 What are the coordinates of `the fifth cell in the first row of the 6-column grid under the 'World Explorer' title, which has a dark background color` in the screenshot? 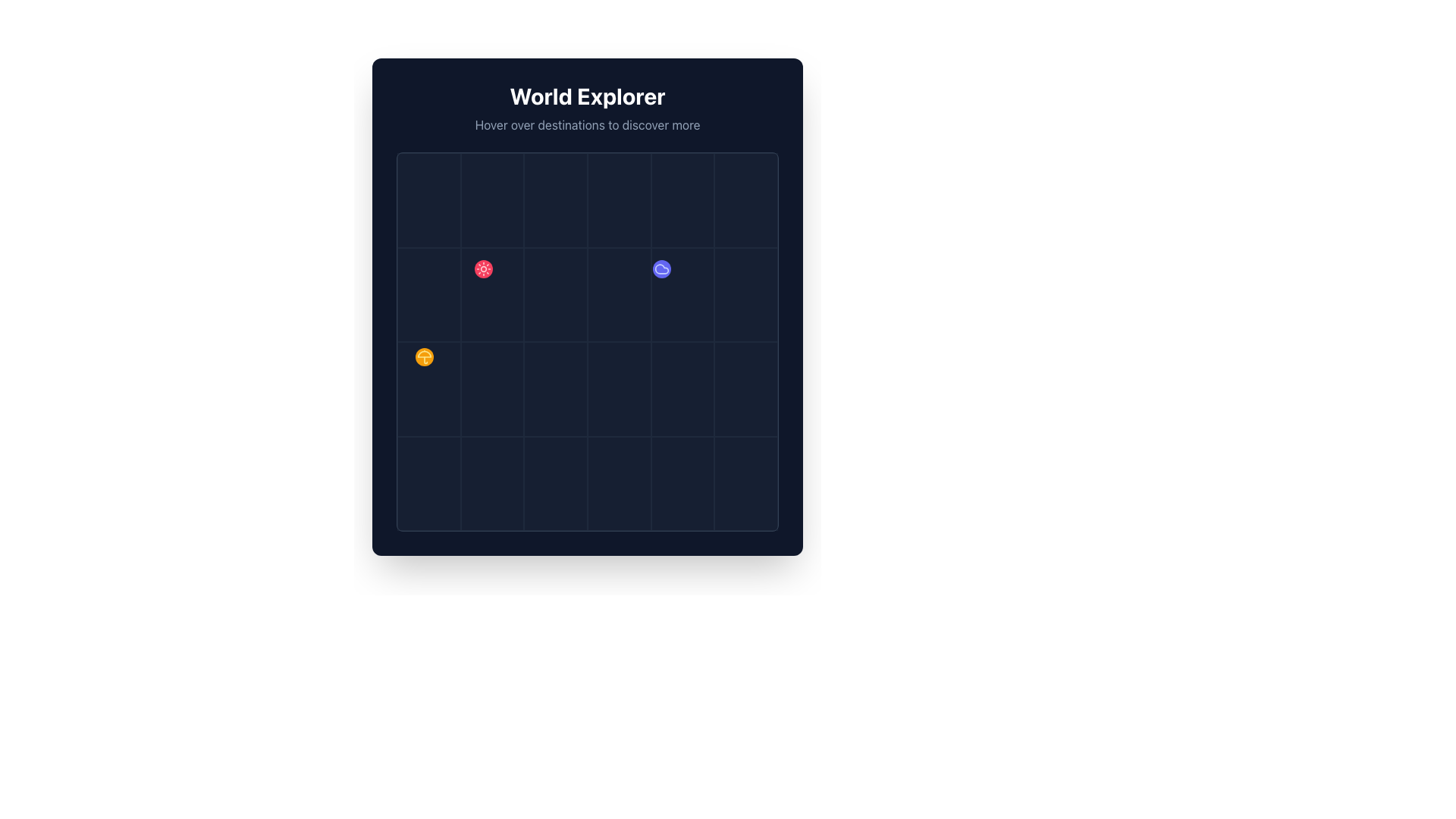 It's located at (682, 199).